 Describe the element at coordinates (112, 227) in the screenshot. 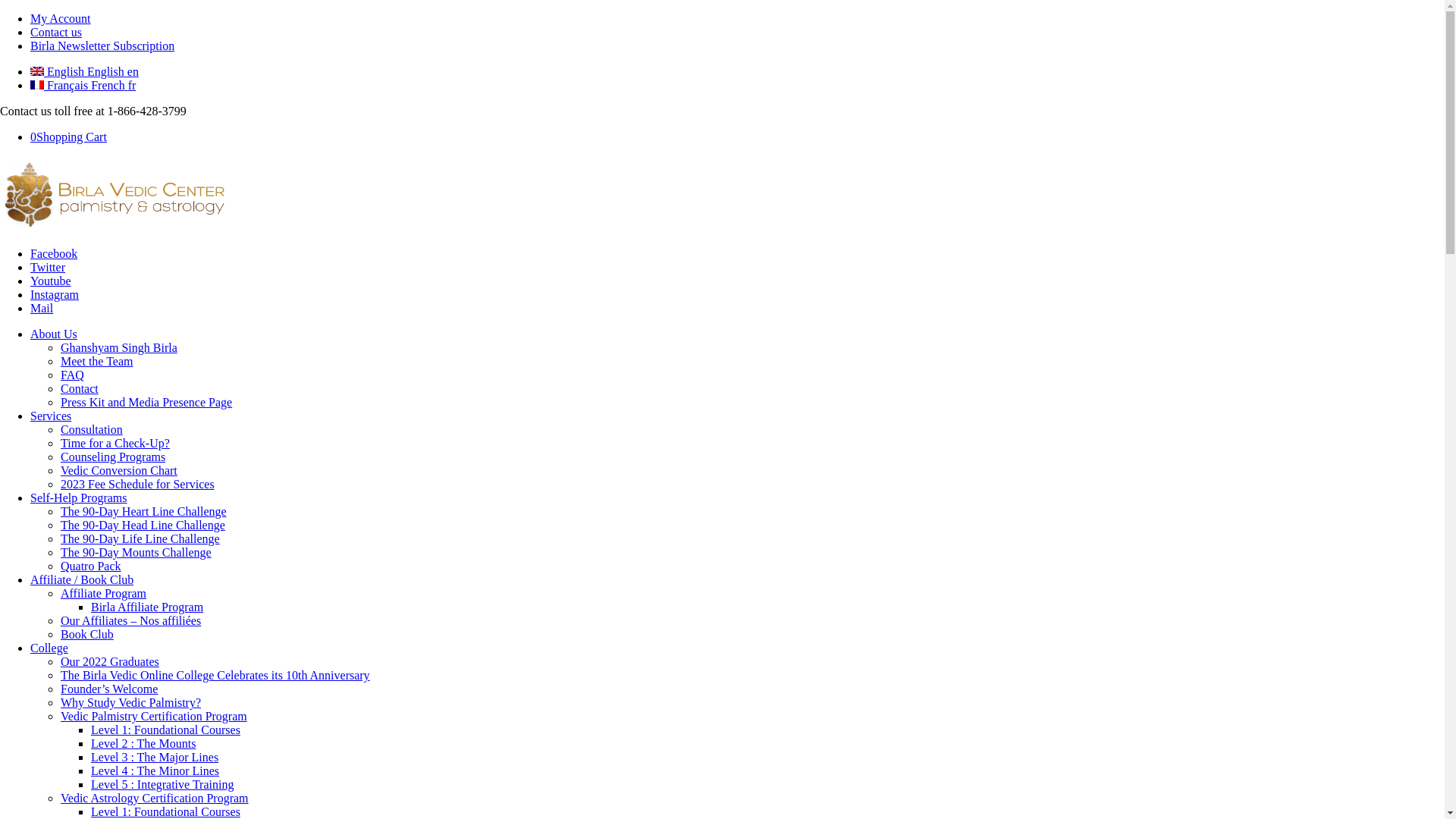

I see `'logo-eng'` at that location.